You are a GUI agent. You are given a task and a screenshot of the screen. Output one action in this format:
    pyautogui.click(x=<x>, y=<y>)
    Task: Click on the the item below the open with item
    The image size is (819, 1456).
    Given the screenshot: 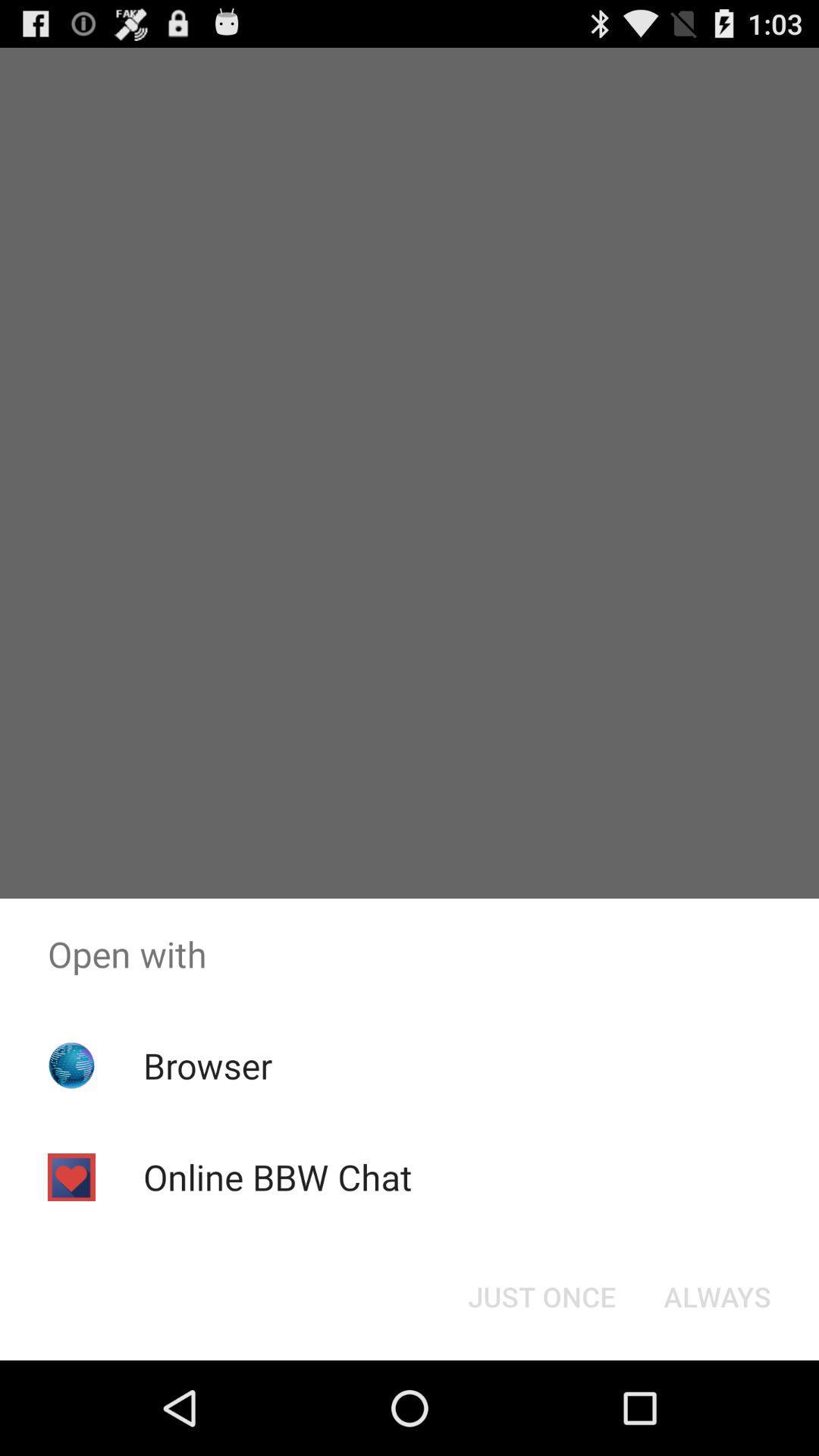 What is the action you would take?
    pyautogui.click(x=208, y=1065)
    